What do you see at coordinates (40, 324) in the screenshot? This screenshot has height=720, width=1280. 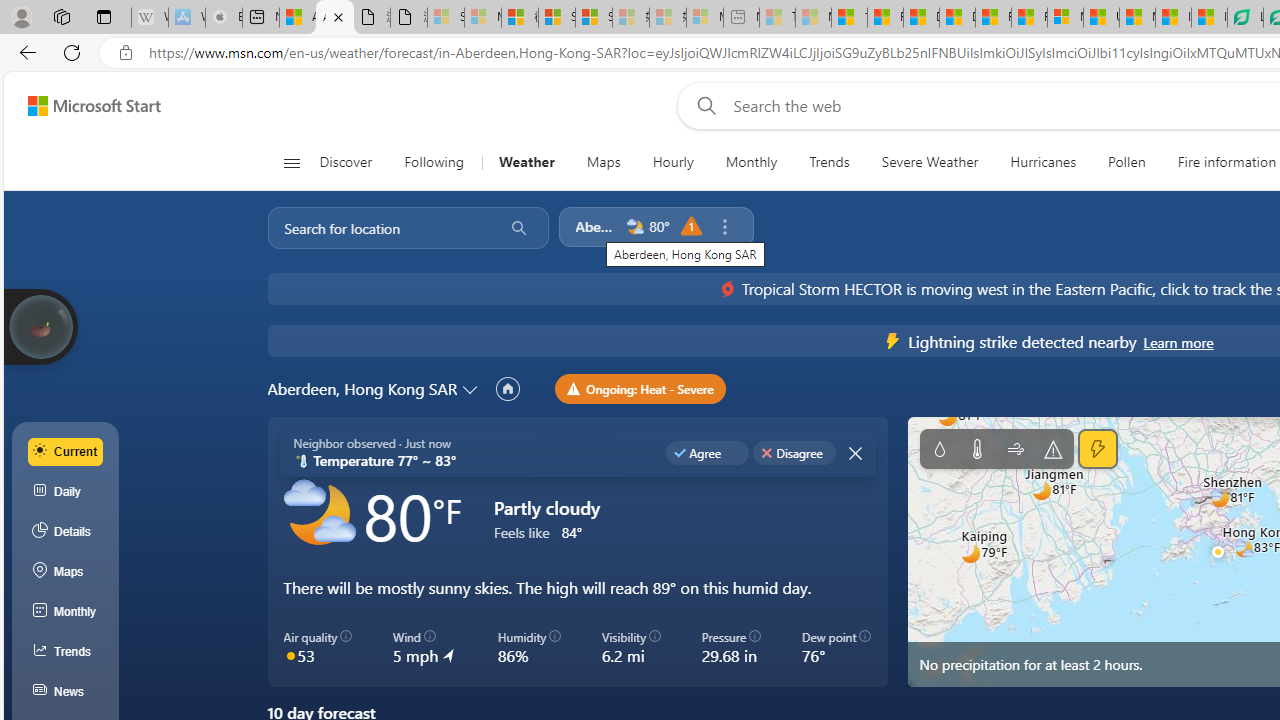 I see `'Join us in planting real trees to help our planet!'` at bounding box center [40, 324].